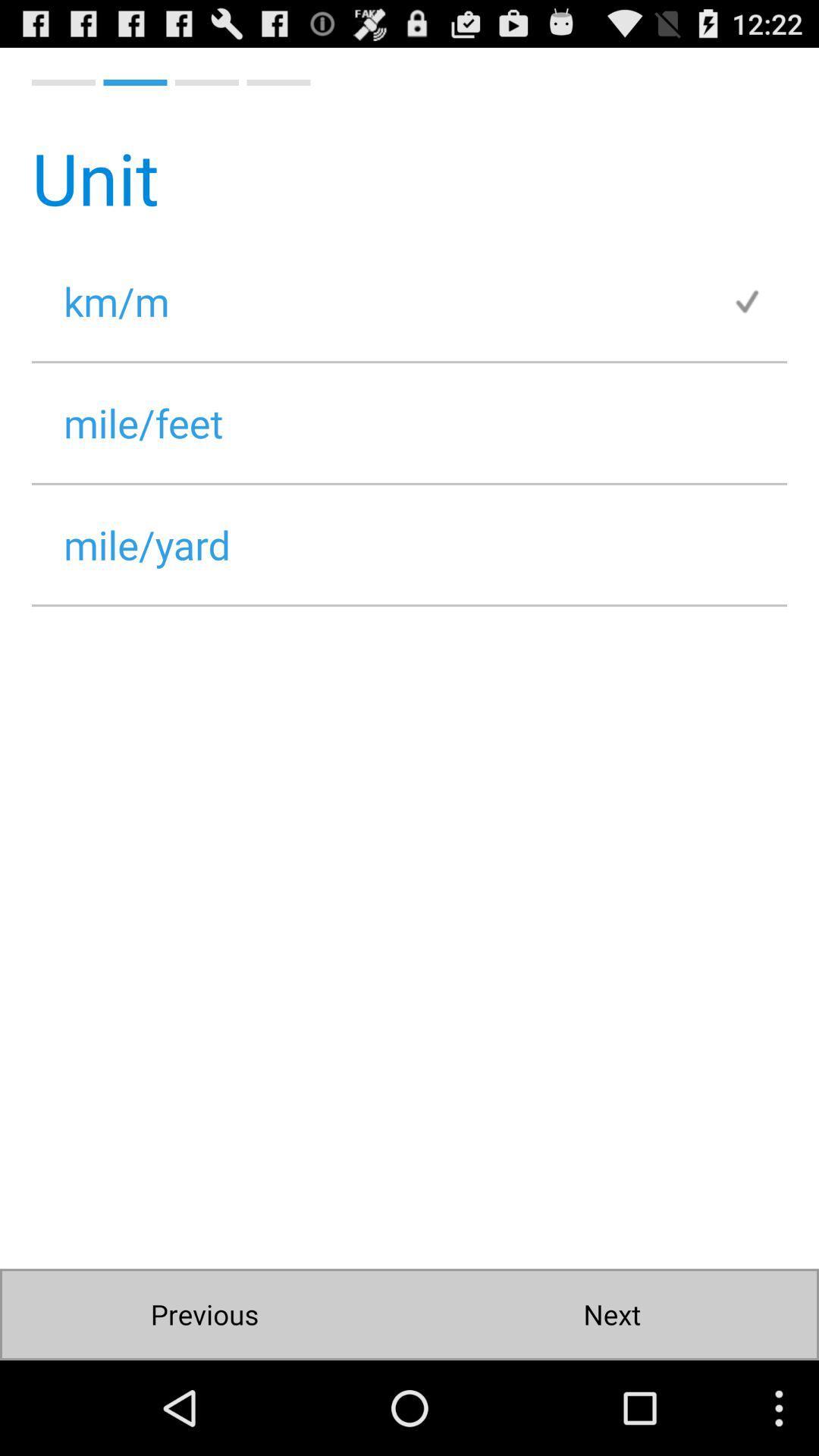 Image resolution: width=819 pixels, height=1456 pixels. I want to click on icon below unit item, so click(381, 301).